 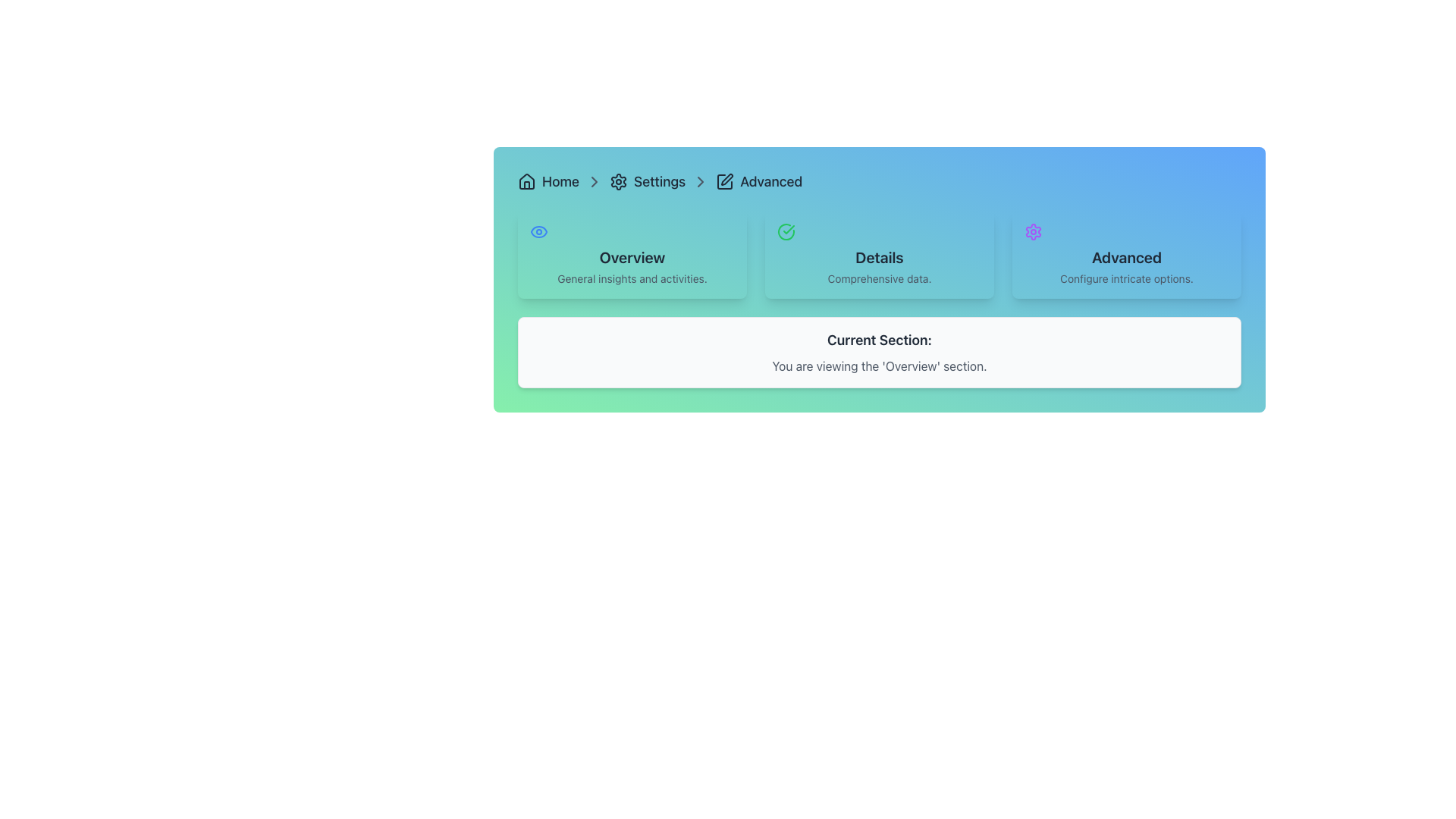 I want to click on the 'Advanced' hyperlink in the breadcrumb navigation bar, so click(x=771, y=180).